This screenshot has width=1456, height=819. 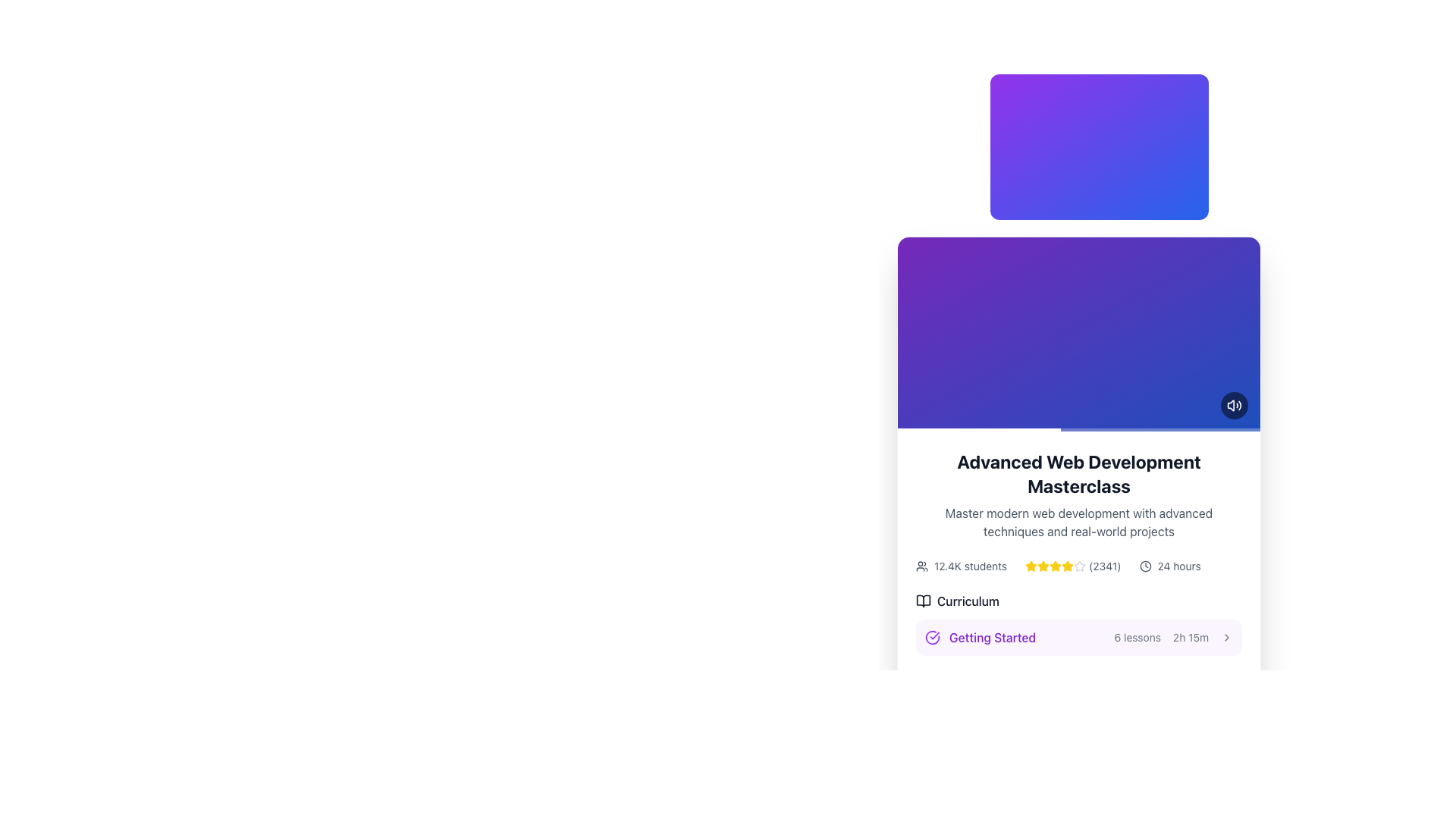 What do you see at coordinates (1105, 566) in the screenshot?
I see `the Text Display that shows a number in parentheses, styled in gray, located to the right of the yellow star ratings for the item on the card` at bounding box center [1105, 566].